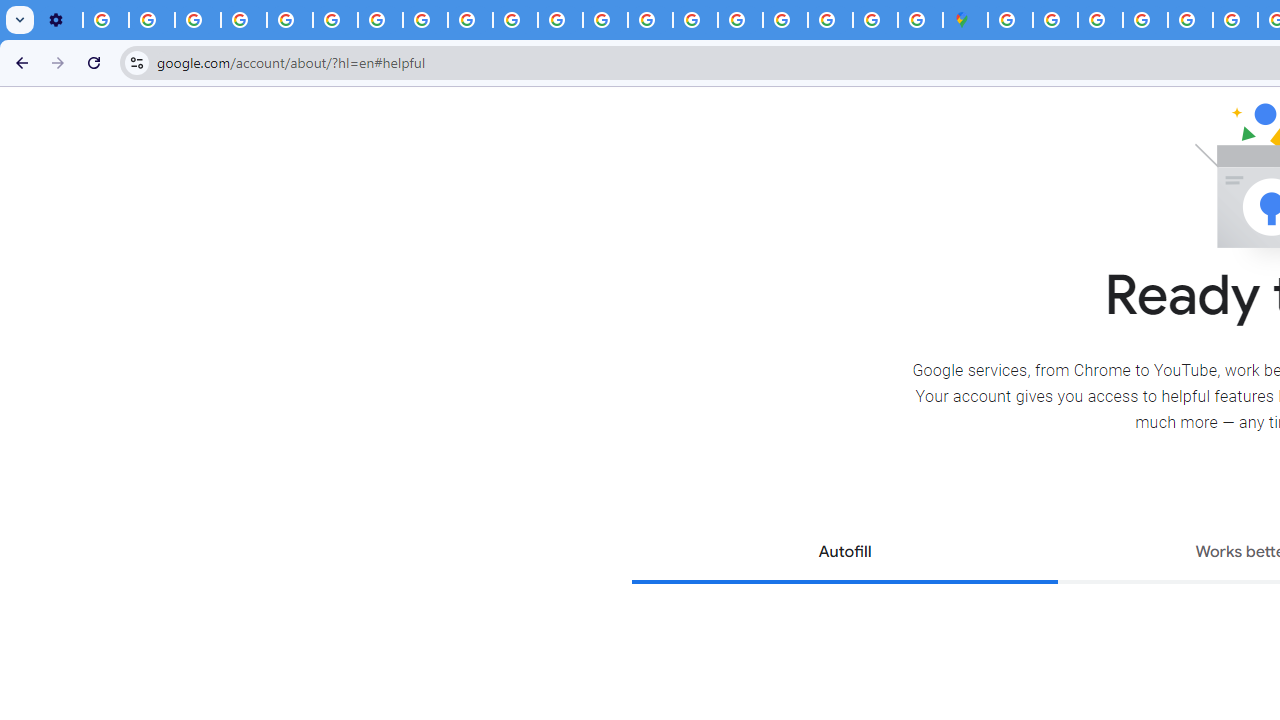  What do you see at coordinates (60, 20) in the screenshot?
I see `'Settings - Customize profile'` at bounding box center [60, 20].